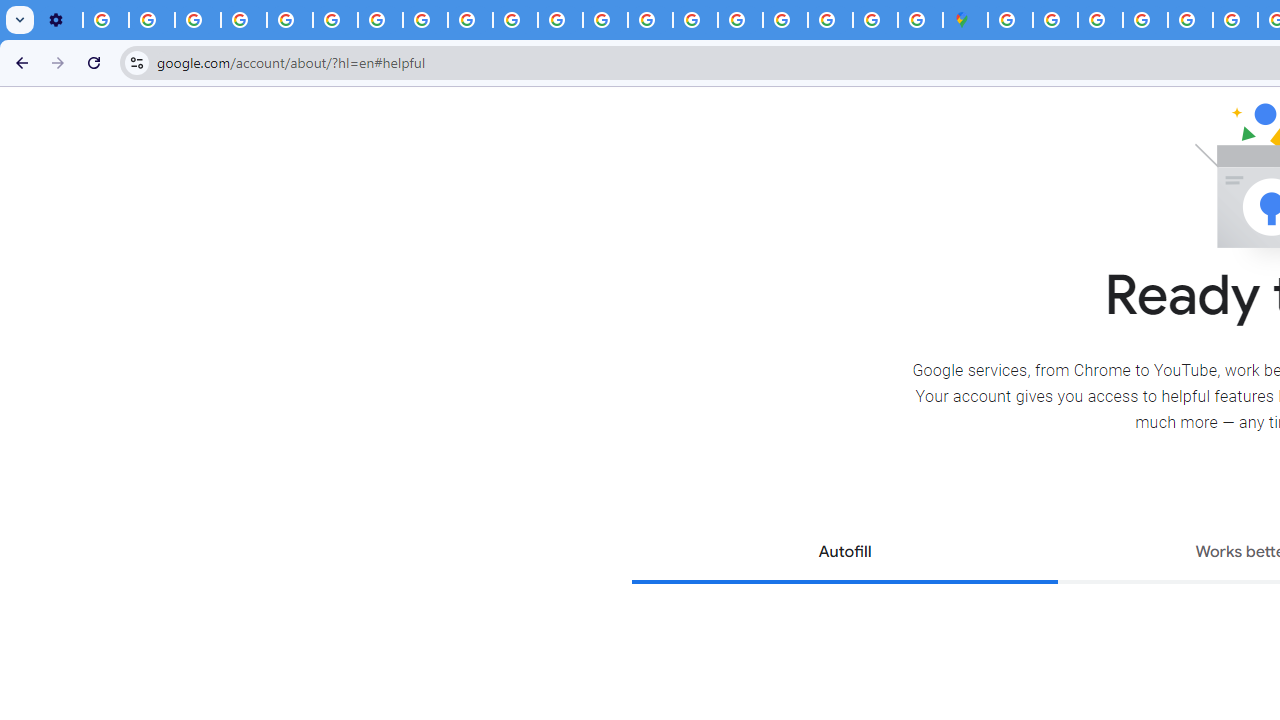  What do you see at coordinates (60, 20) in the screenshot?
I see `'Settings - Customize profile'` at bounding box center [60, 20].